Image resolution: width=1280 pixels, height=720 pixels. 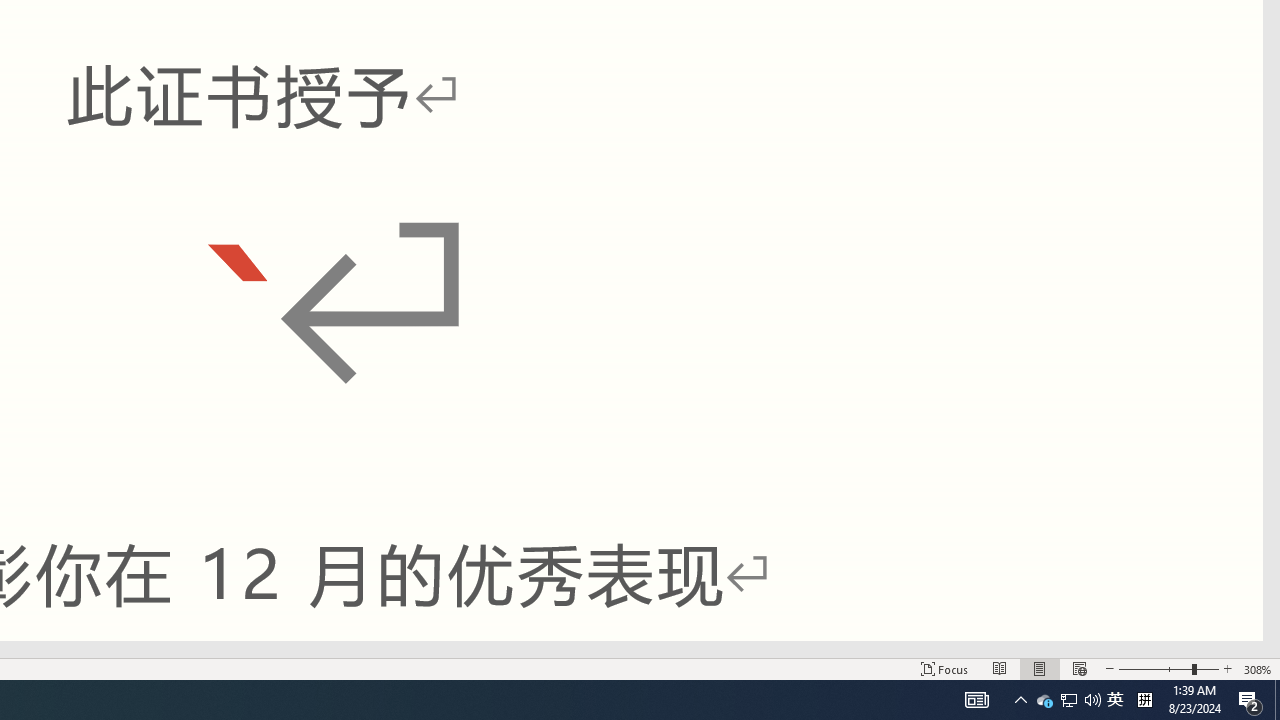 What do you see at coordinates (1276, 698) in the screenshot?
I see `'Show desktop'` at bounding box center [1276, 698].